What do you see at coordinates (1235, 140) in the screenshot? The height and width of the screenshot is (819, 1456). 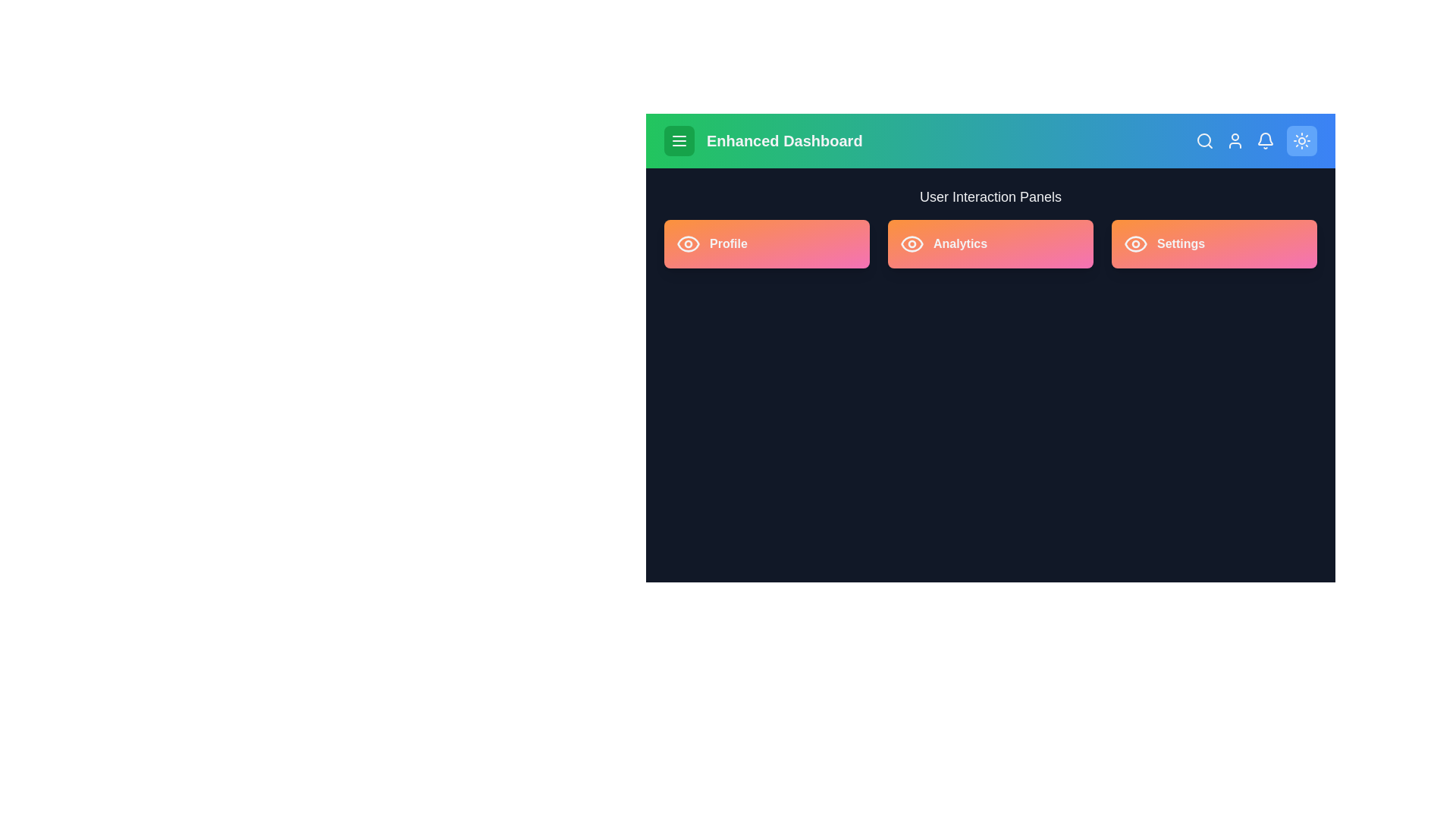 I see `the user icon to access the user profile` at bounding box center [1235, 140].